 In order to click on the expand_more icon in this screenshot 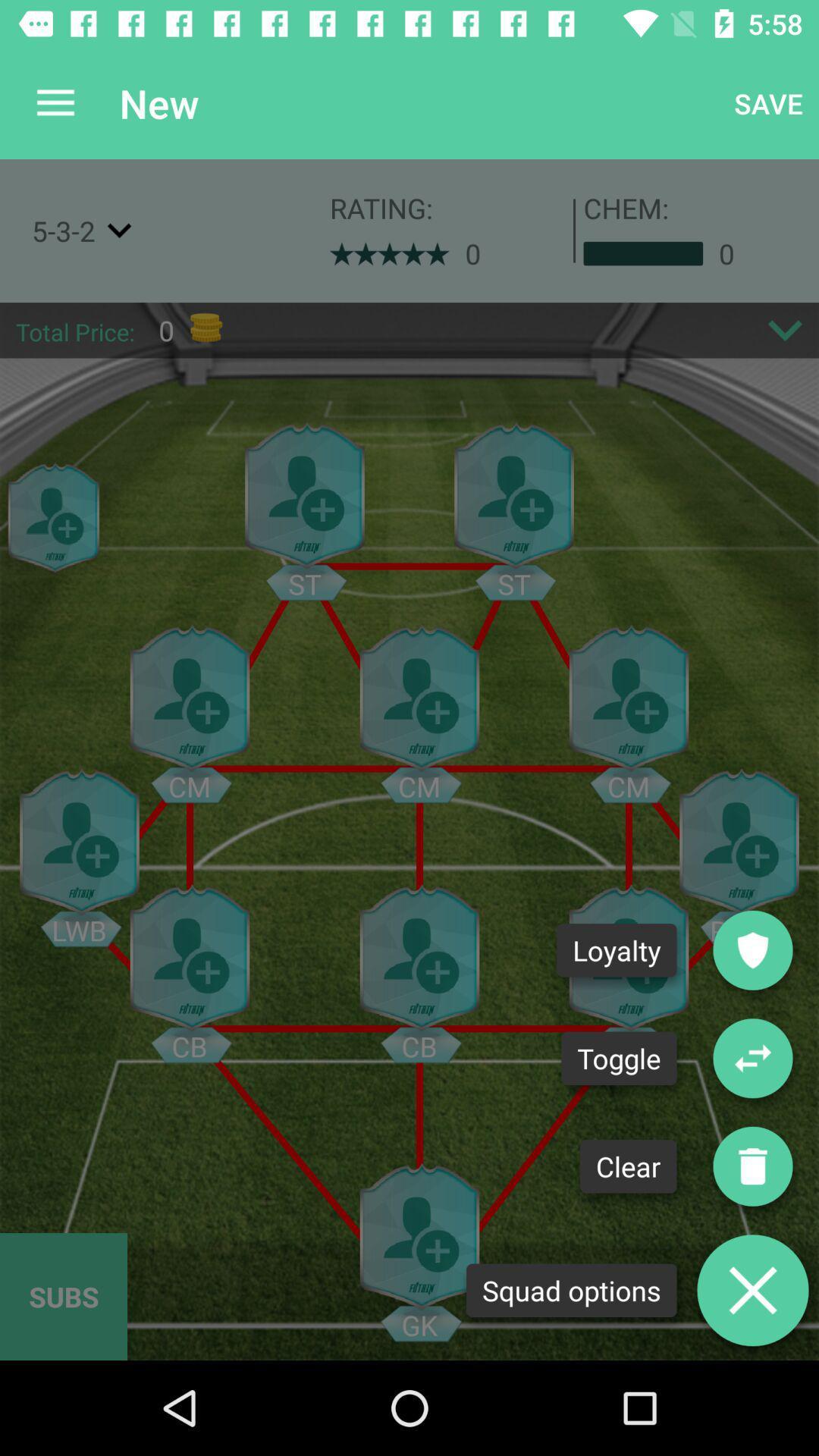, I will do `click(785, 329)`.